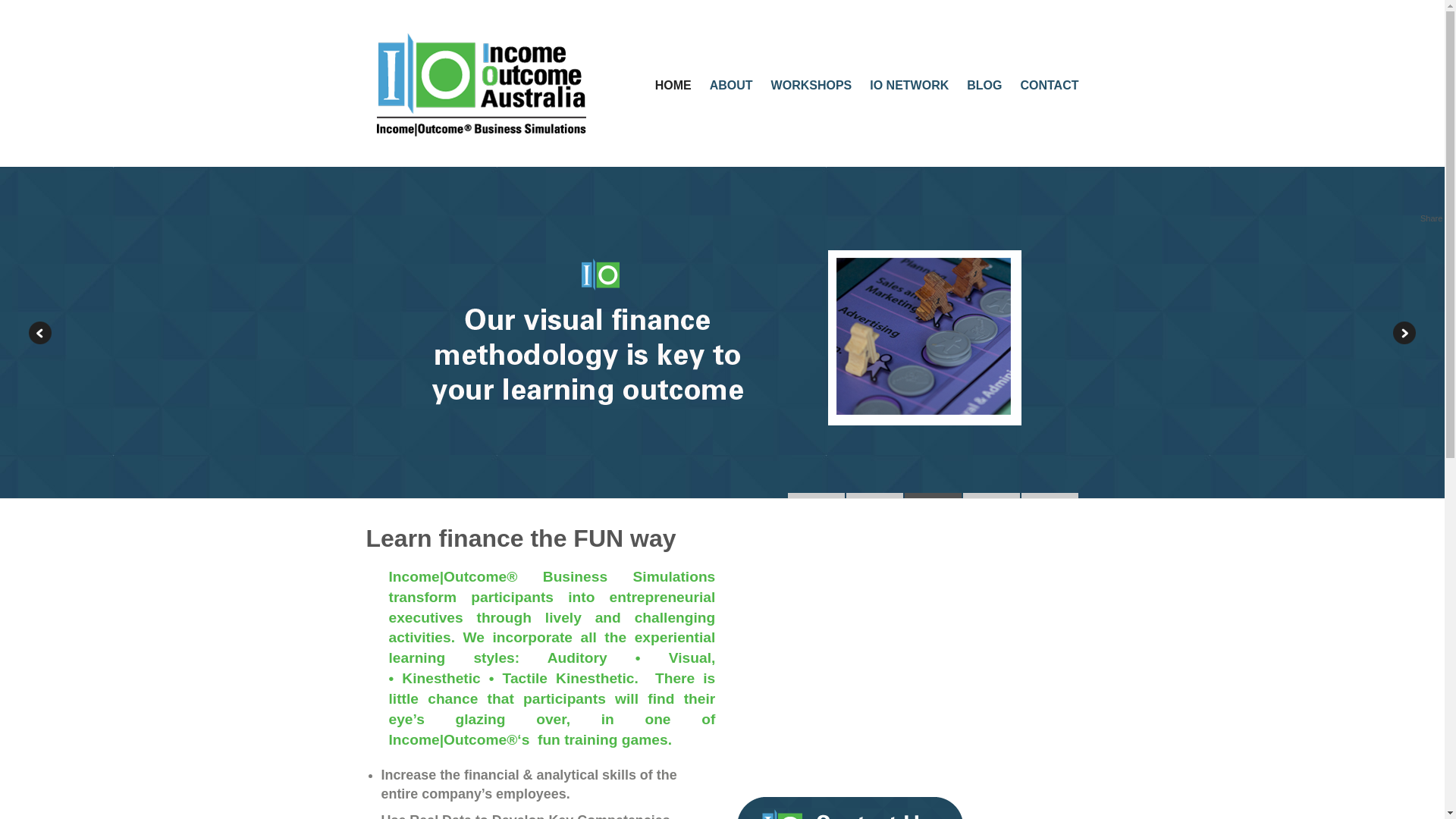  Describe the element at coordinates (1019, 85) in the screenshot. I see `'CONTACT'` at that location.